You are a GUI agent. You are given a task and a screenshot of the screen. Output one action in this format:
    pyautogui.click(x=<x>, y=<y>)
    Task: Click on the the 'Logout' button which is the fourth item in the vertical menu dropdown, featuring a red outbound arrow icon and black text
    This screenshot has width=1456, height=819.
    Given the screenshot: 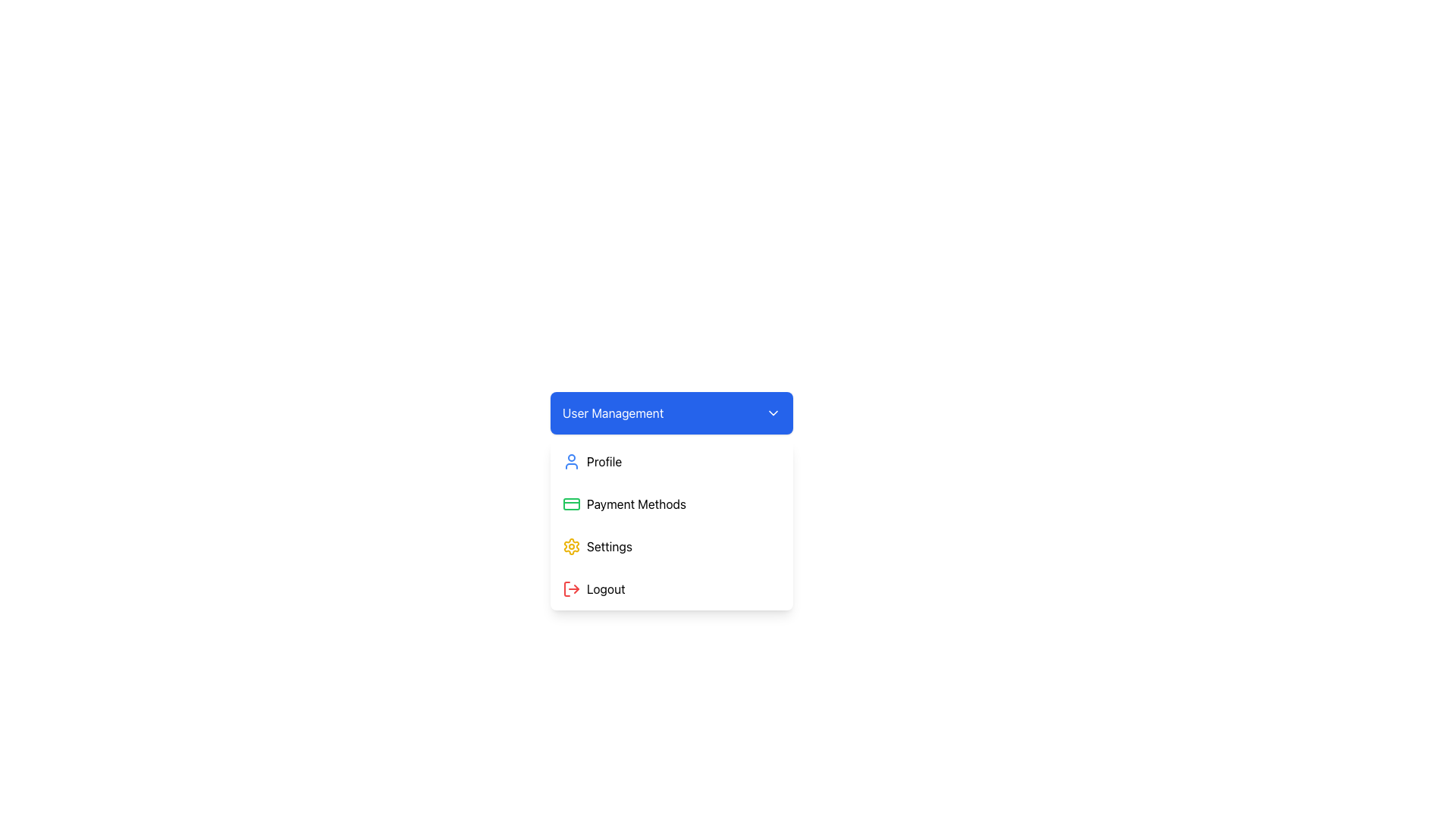 What is the action you would take?
    pyautogui.click(x=671, y=588)
    